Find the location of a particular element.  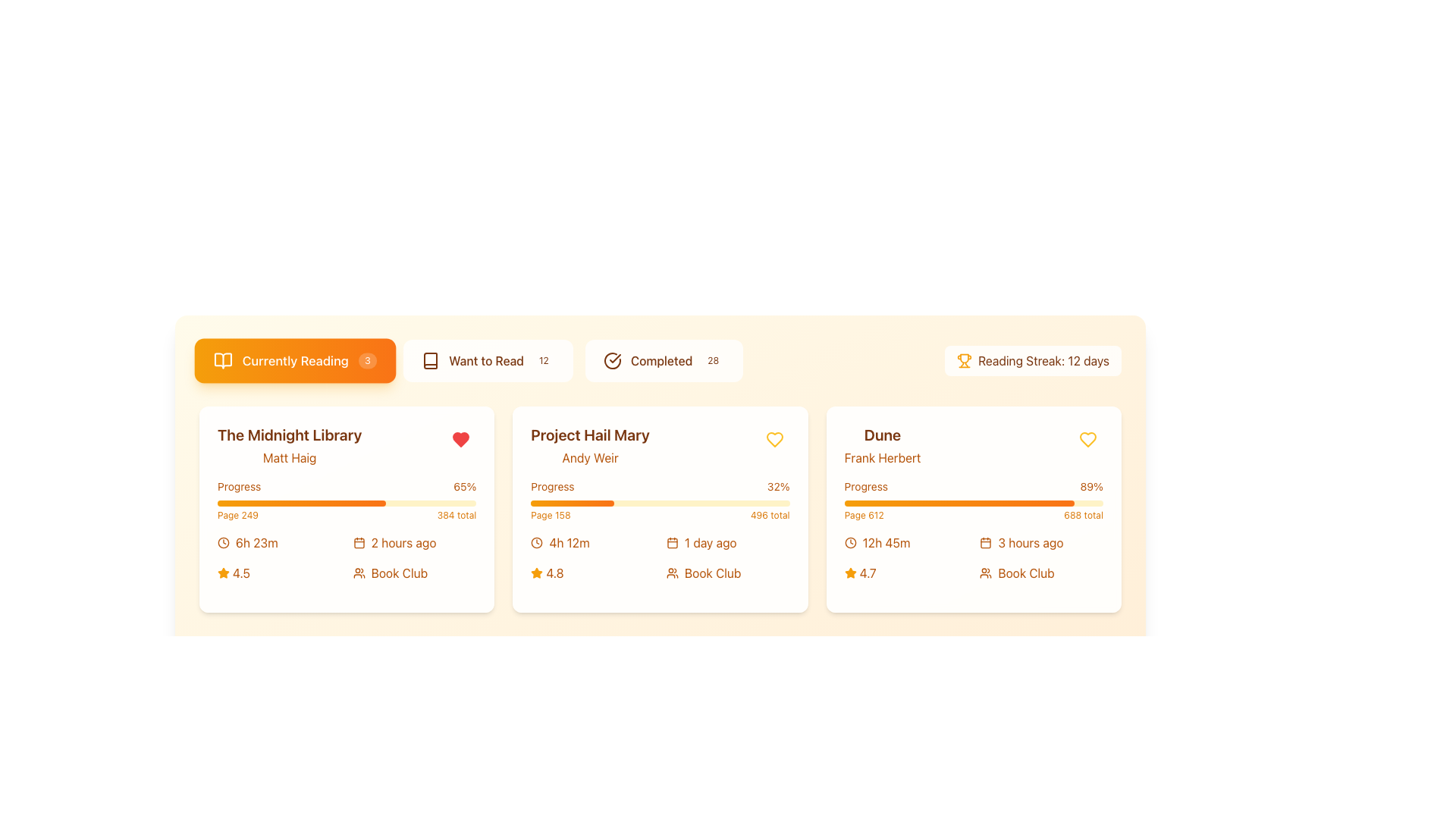

the rating value text associated with the book 'Project Hail Mary', located to the right of the star icon and below the book's title and metadata is located at coordinates (554, 573).